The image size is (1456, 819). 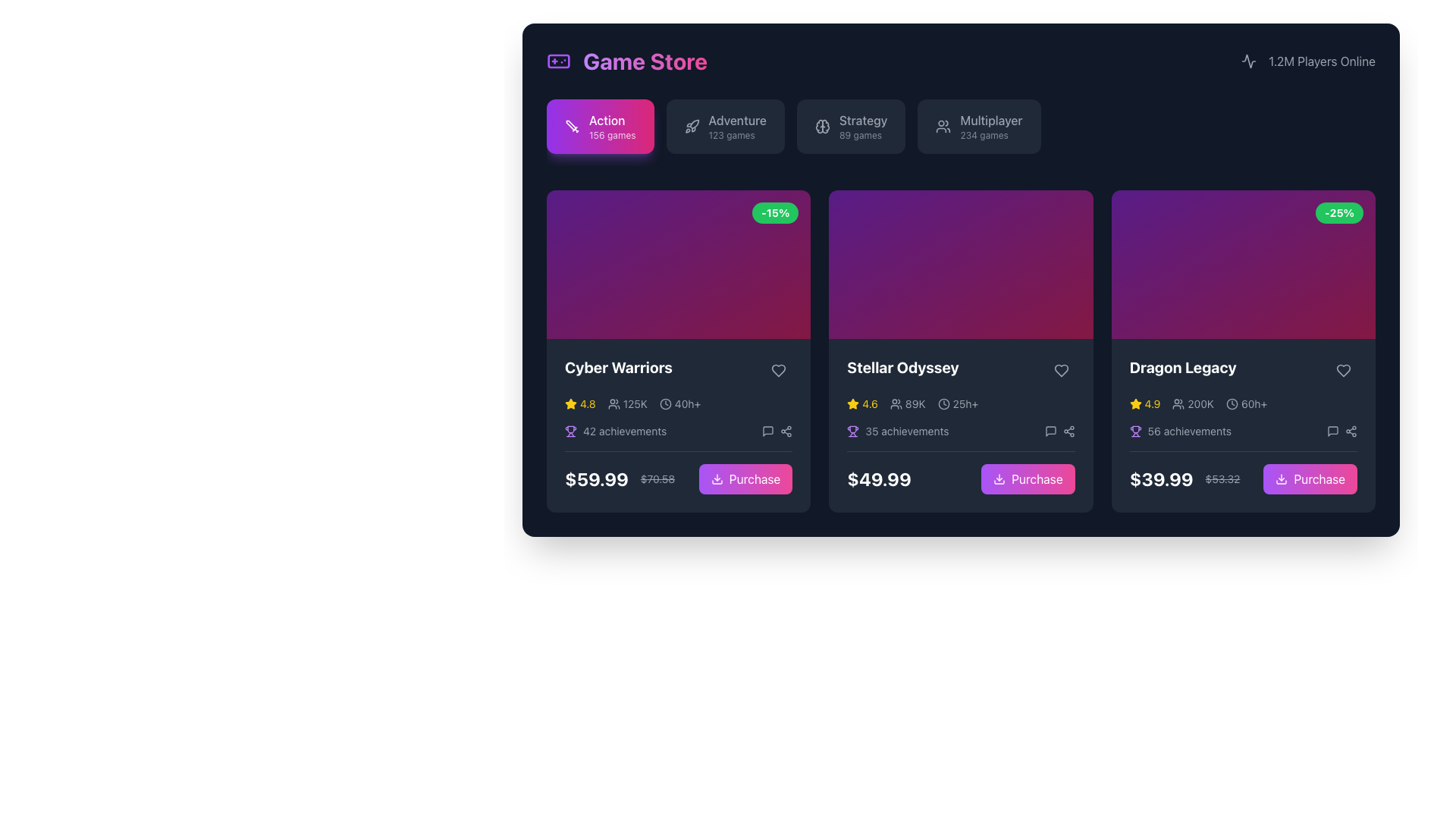 I want to click on the yellow star-shaped rating indicator icon located to the left of the text '4.9' in the lower section of the rightmost game card labeled 'Dragon Legacy', so click(x=1135, y=403).